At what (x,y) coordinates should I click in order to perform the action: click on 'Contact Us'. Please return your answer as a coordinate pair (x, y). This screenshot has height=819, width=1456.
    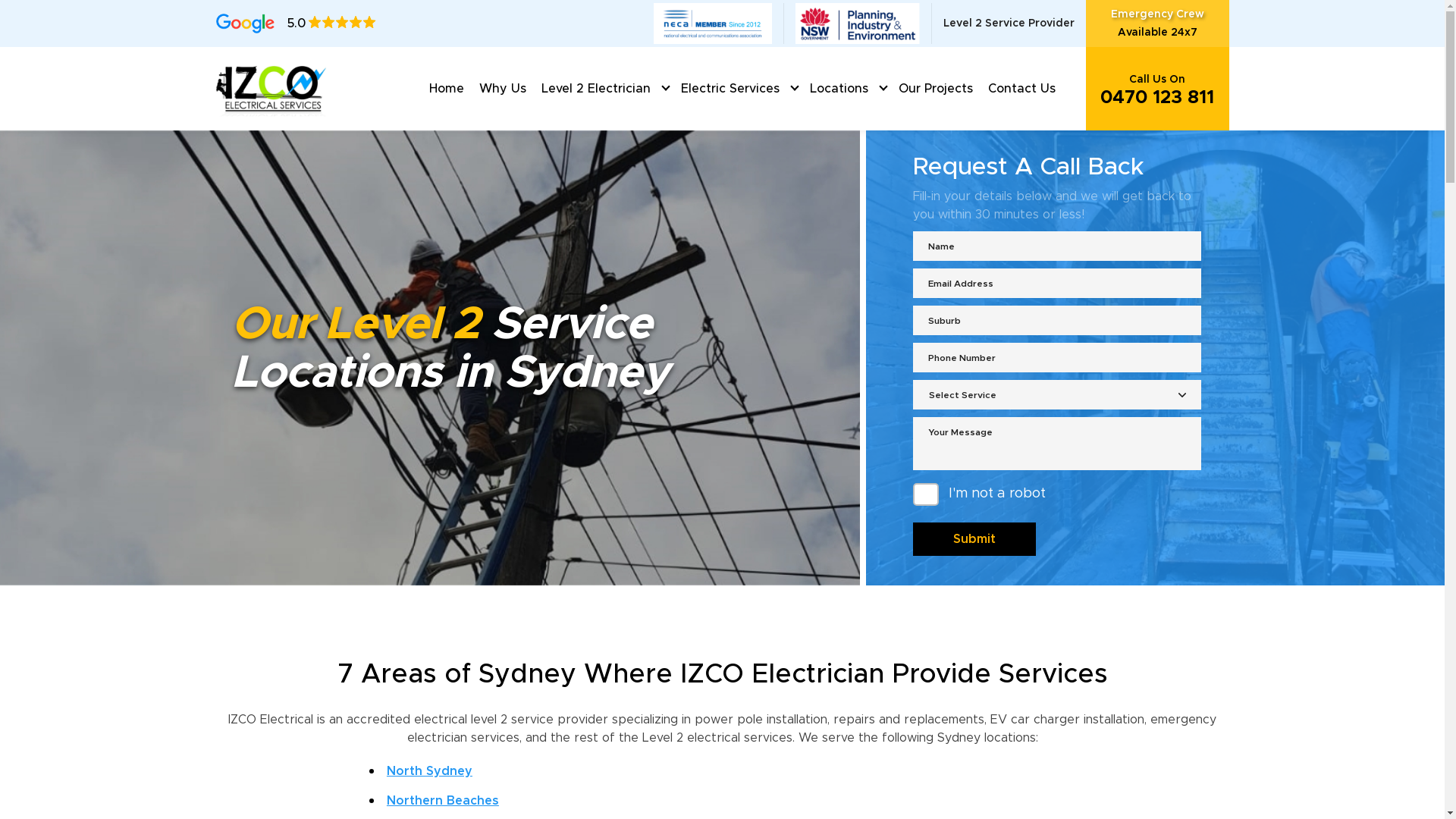
    Looking at the image, I should click on (1021, 88).